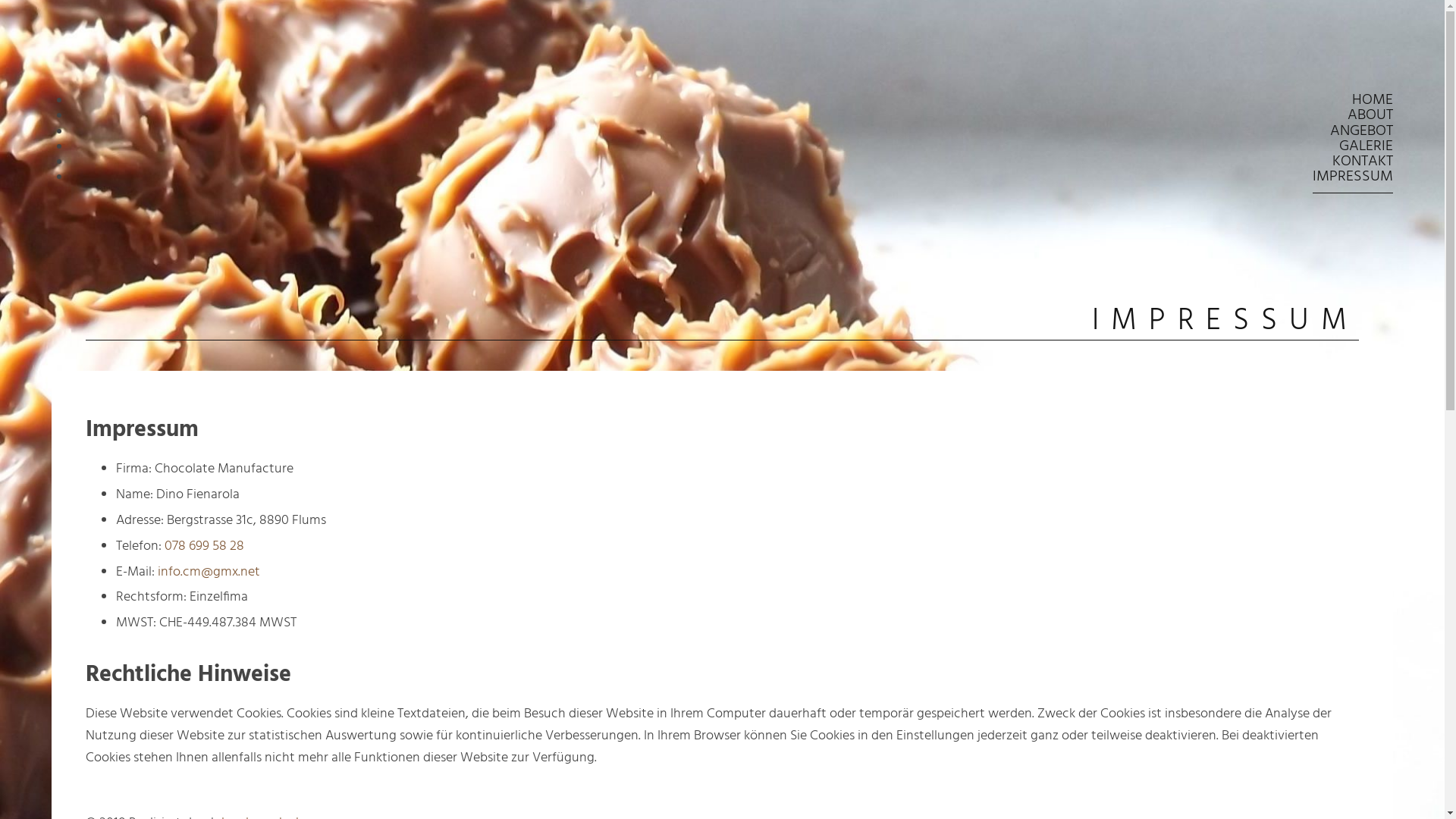 The height and width of the screenshot is (819, 1456). What do you see at coordinates (1353, 176) in the screenshot?
I see `'IMPRESSUM'` at bounding box center [1353, 176].